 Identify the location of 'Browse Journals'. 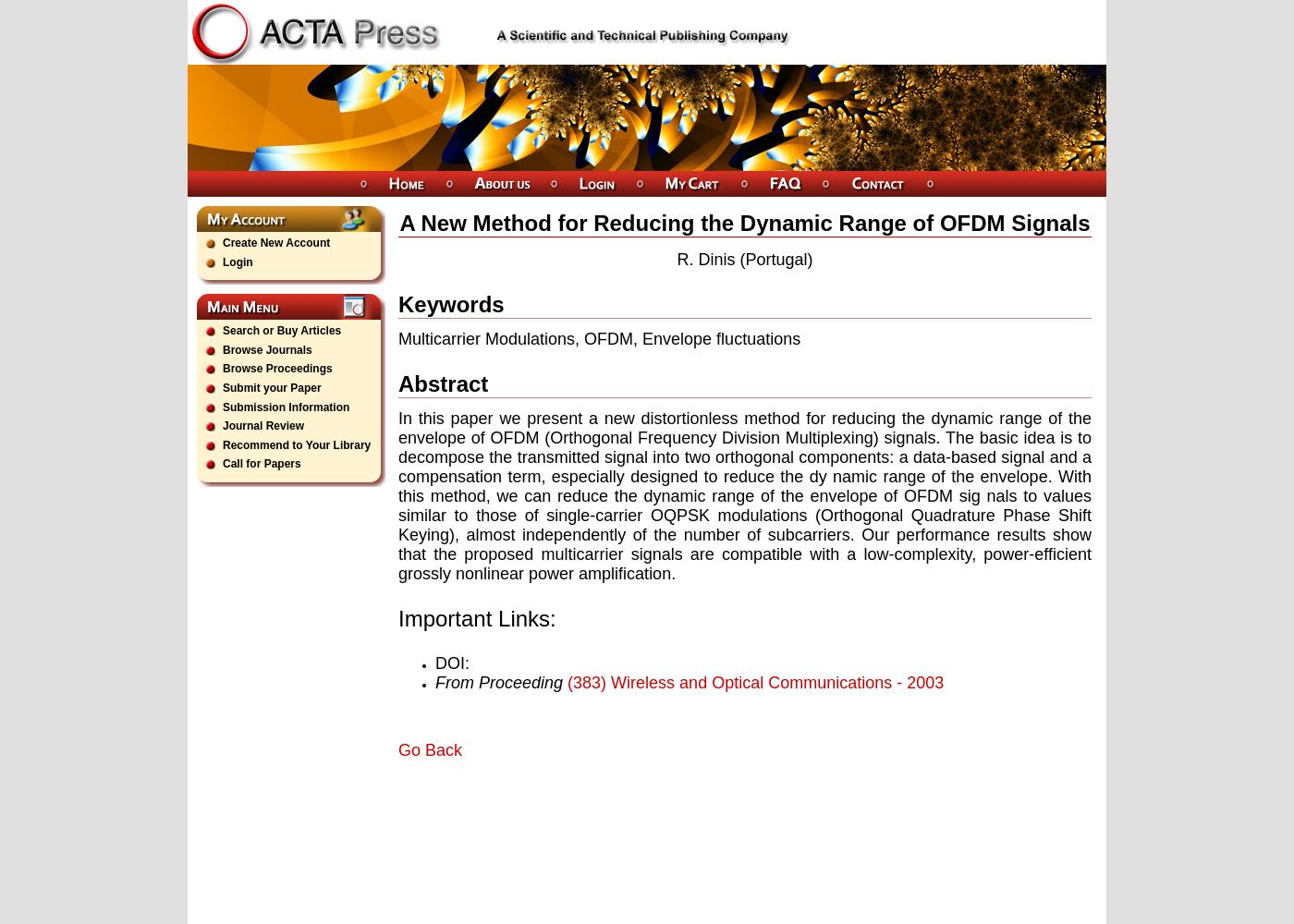
(266, 349).